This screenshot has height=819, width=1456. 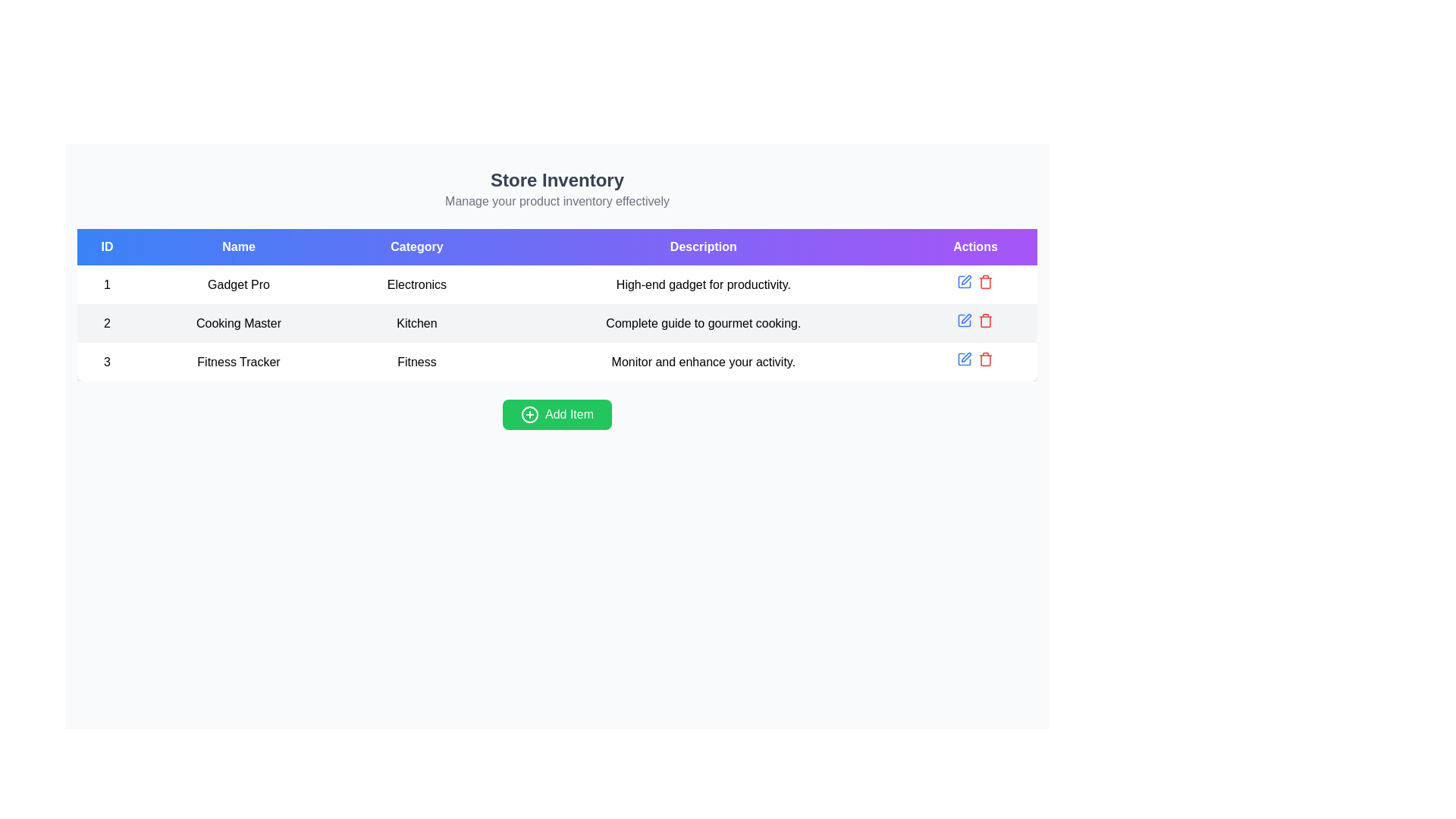 I want to click on the second row in the product listing table, which contains information about a product and is identified by the ID value of '2', so click(x=556, y=322).